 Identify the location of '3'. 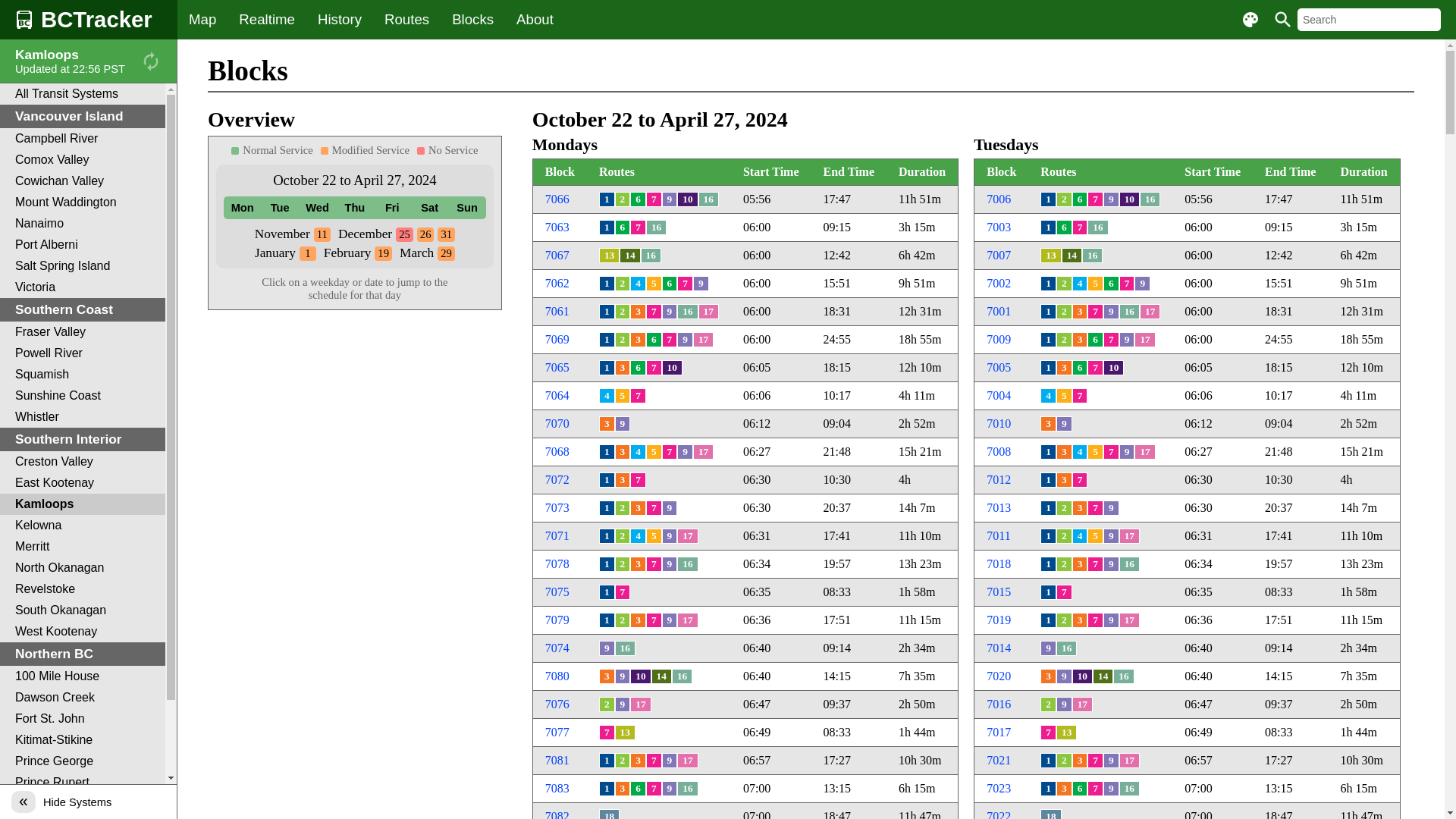
(623, 451).